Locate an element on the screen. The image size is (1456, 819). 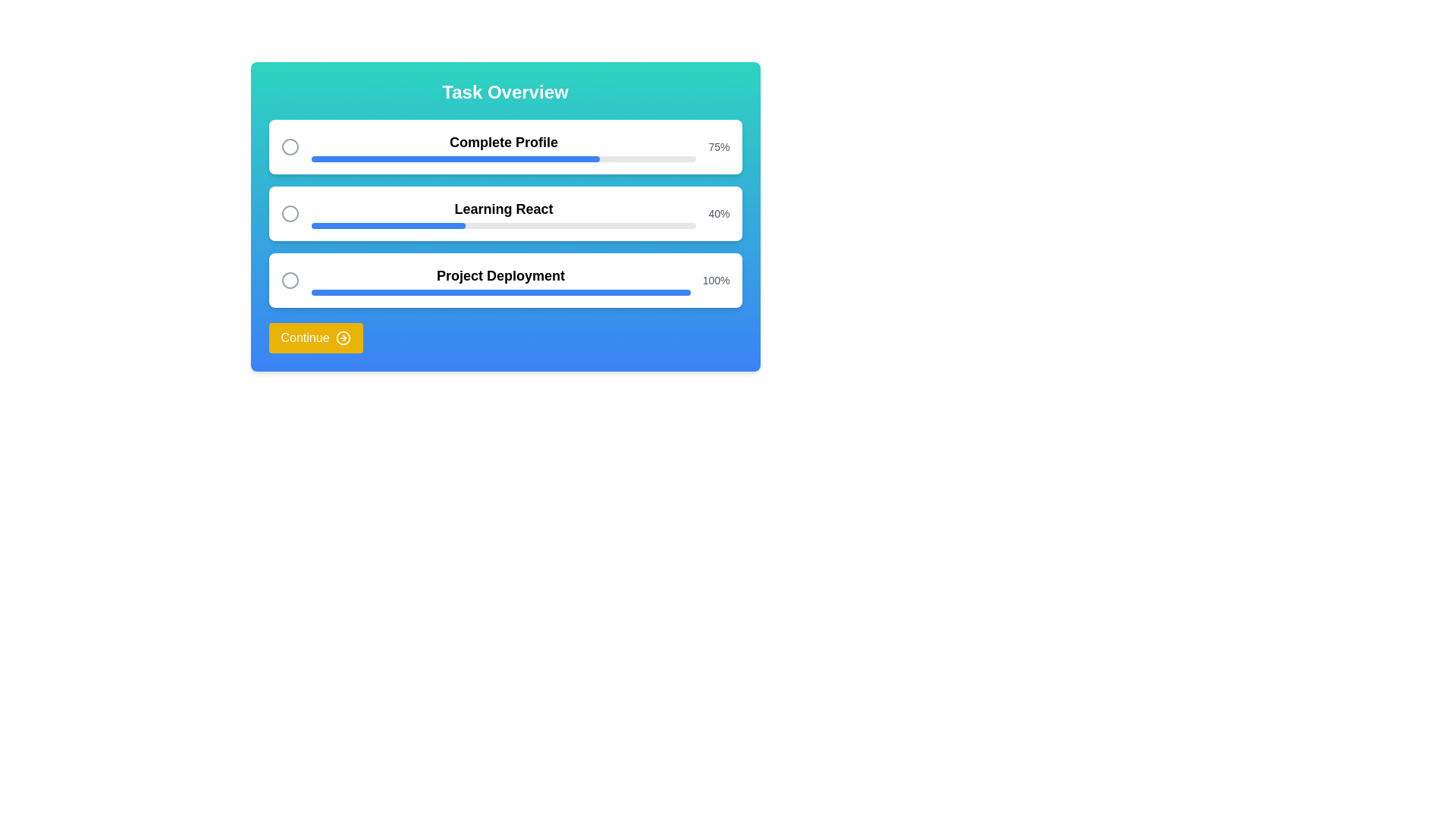
the third hollow circle indicator in the Task Overview section, which is gray and part of the task row for 'Project Deployment' is located at coordinates (290, 281).